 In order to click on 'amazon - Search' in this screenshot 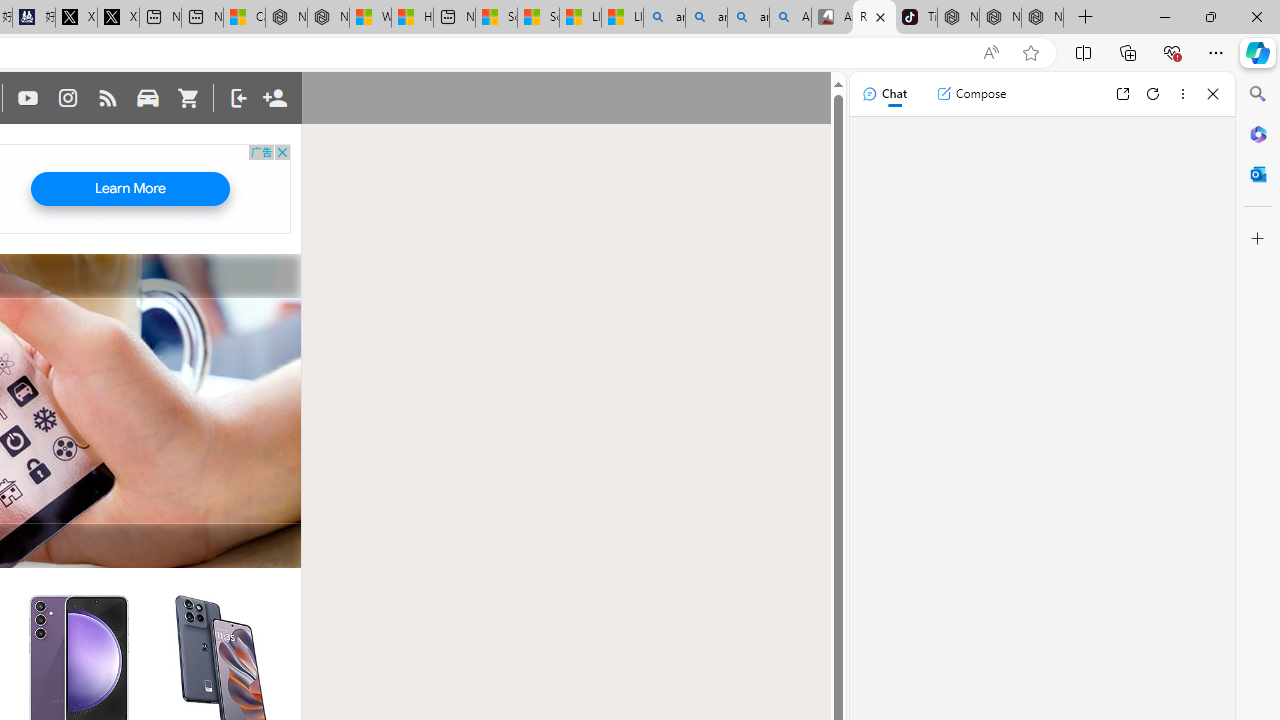, I will do `click(706, 17)`.